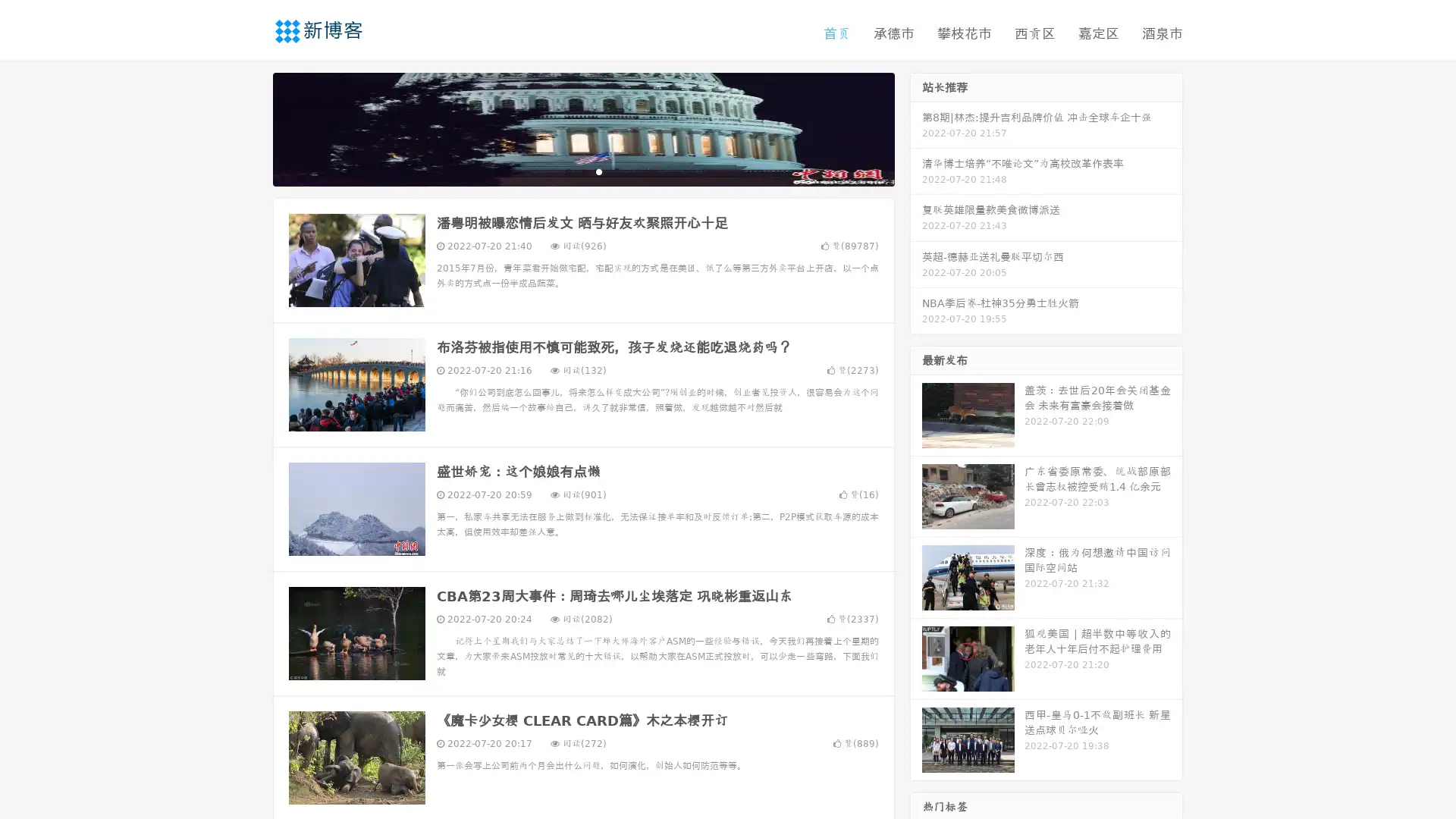 This screenshot has width=1456, height=819. What do you see at coordinates (250, 127) in the screenshot?
I see `Previous slide` at bounding box center [250, 127].